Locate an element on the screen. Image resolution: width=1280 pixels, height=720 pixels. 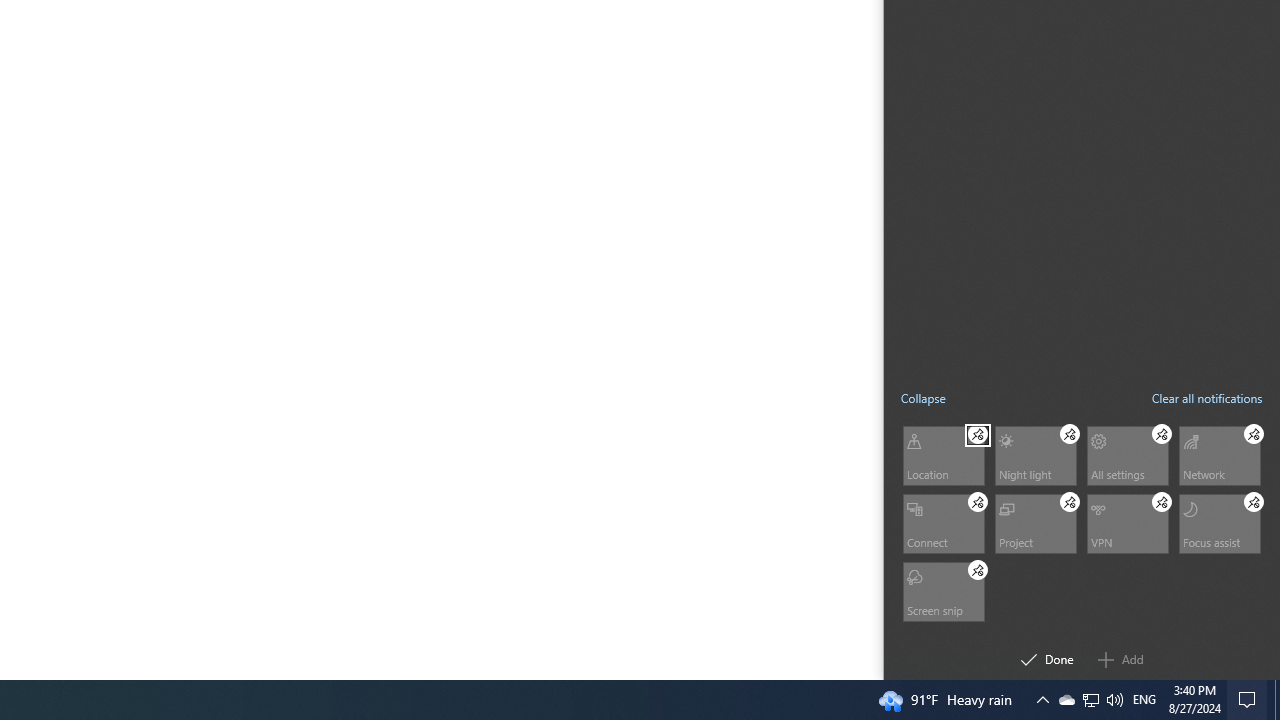
'Screen snip Unpin' is located at coordinates (977, 570).